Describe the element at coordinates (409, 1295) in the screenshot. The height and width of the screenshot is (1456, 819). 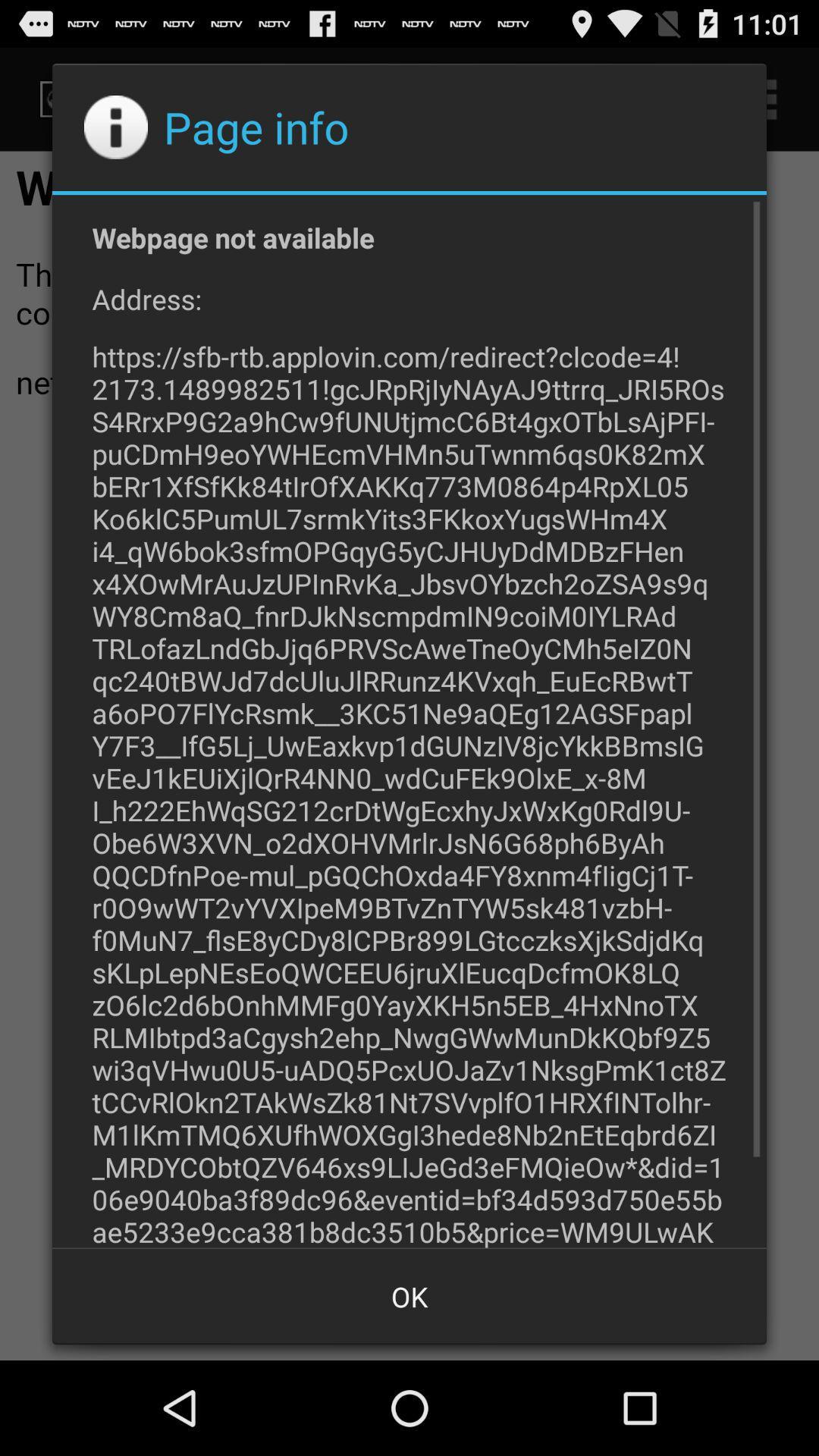
I see `the icon below the https sfb rtb item` at that location.